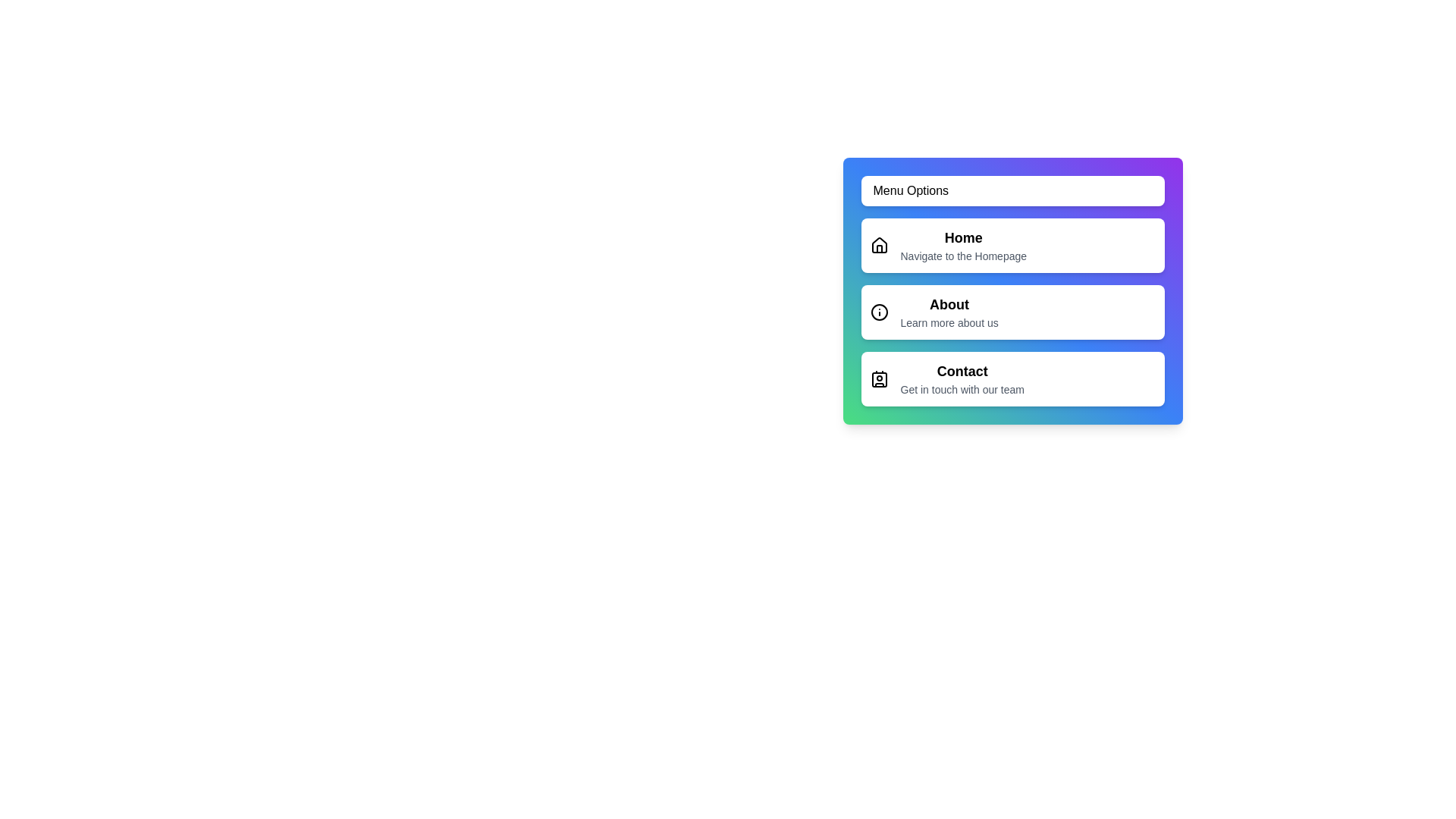  Describe the element at coordinates (1012, 312) in the screenshot. I see `the menu item labeled About` at that location.